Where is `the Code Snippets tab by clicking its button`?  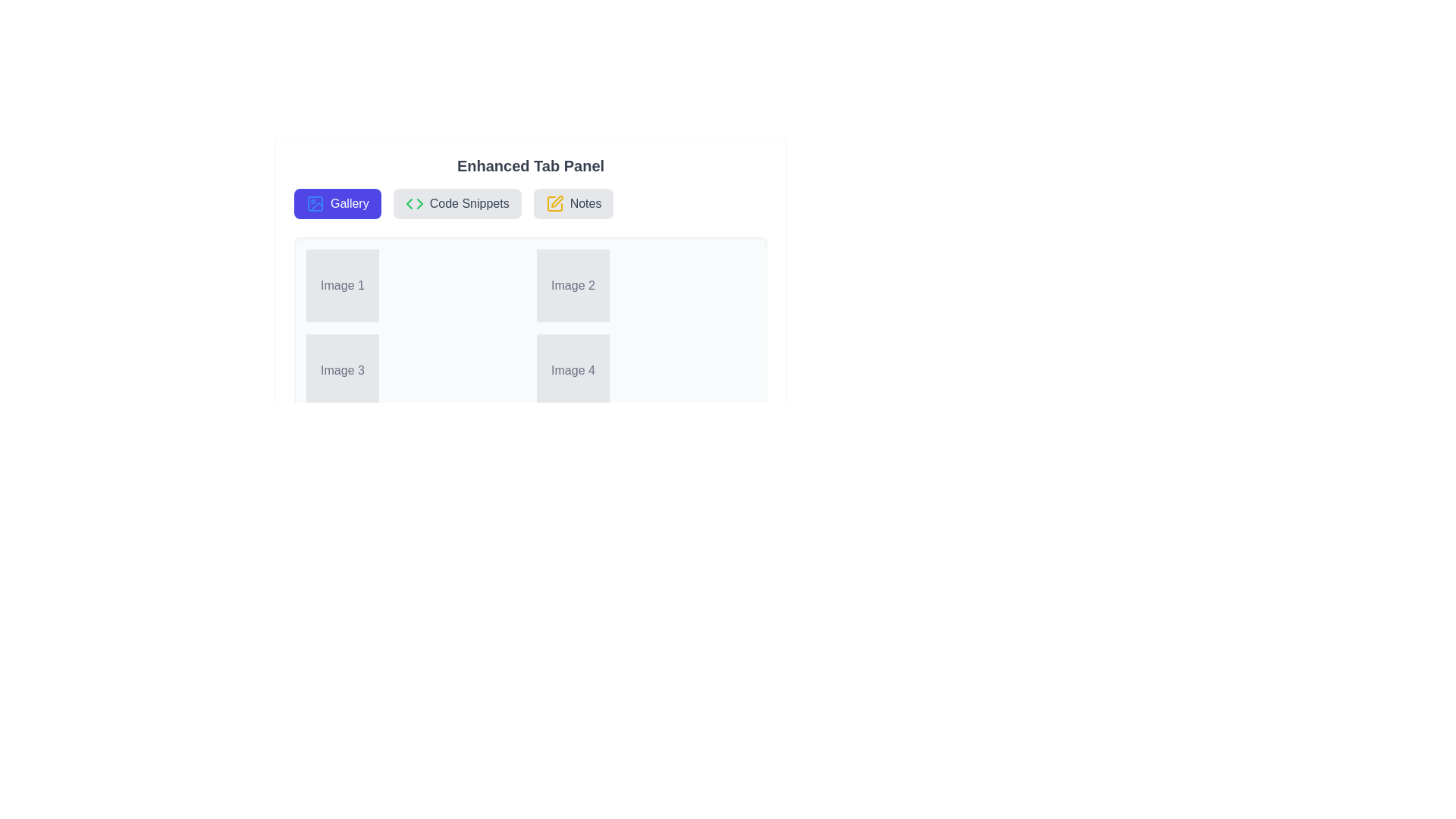 the Code Snippets tab by clicking its button is located at coordinates (457, 203).